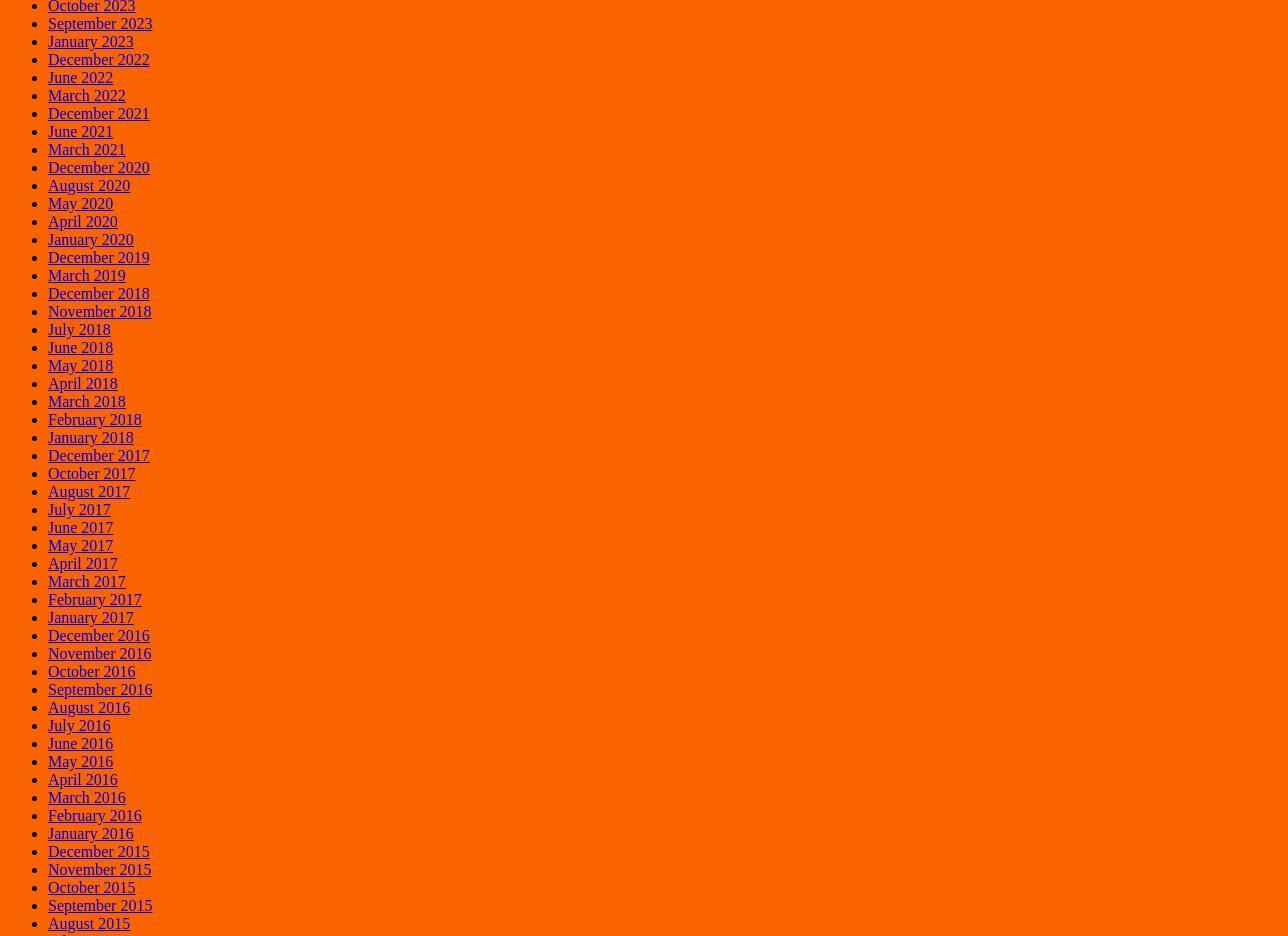 The image size is (1288, 936). What do you see at coordinates (48, 417) in the screenshot?
I see `'February 2018'` at bounding box center [48, 417].